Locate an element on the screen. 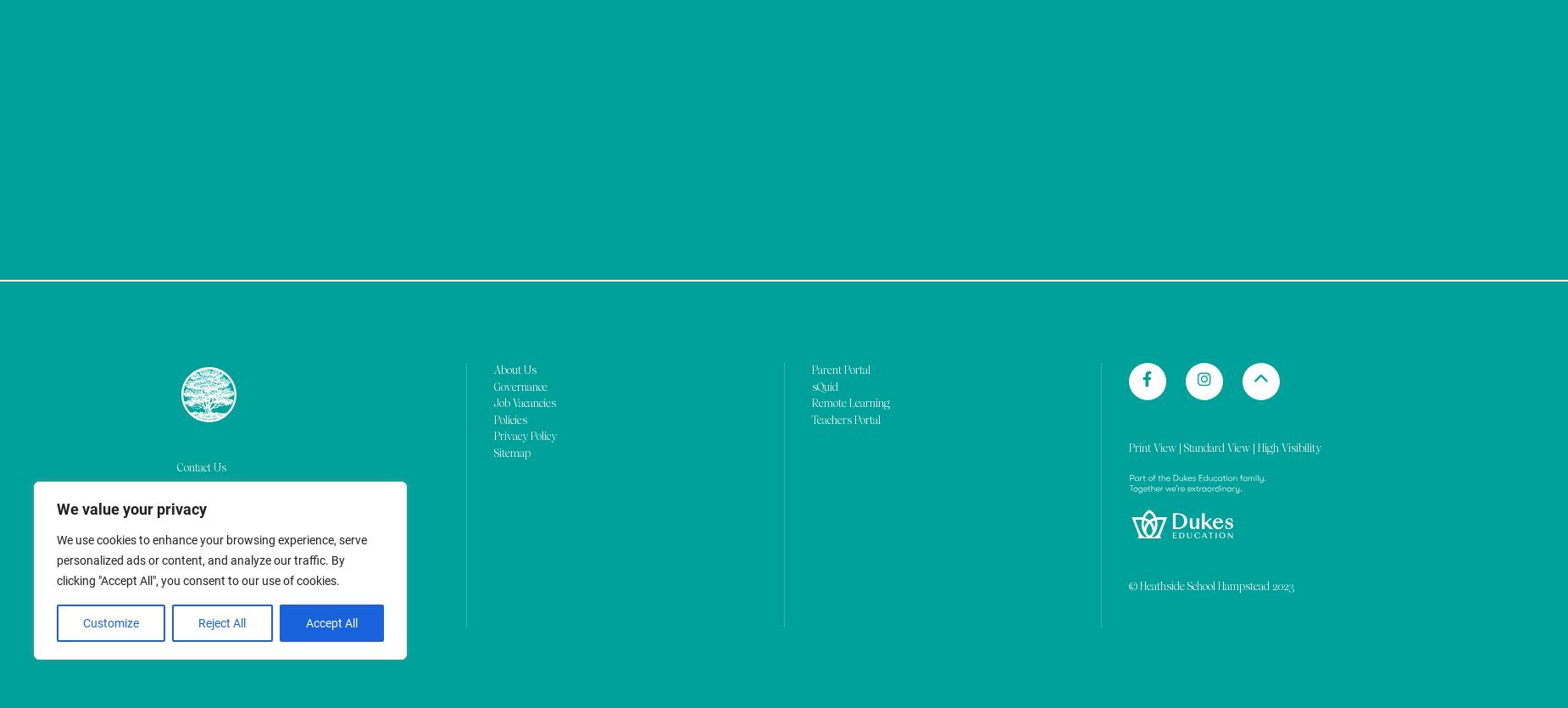 Image resolution: width=1568 pixels, height=708 pixels. 'High Visibility' is located at coordinates (1288, 35).